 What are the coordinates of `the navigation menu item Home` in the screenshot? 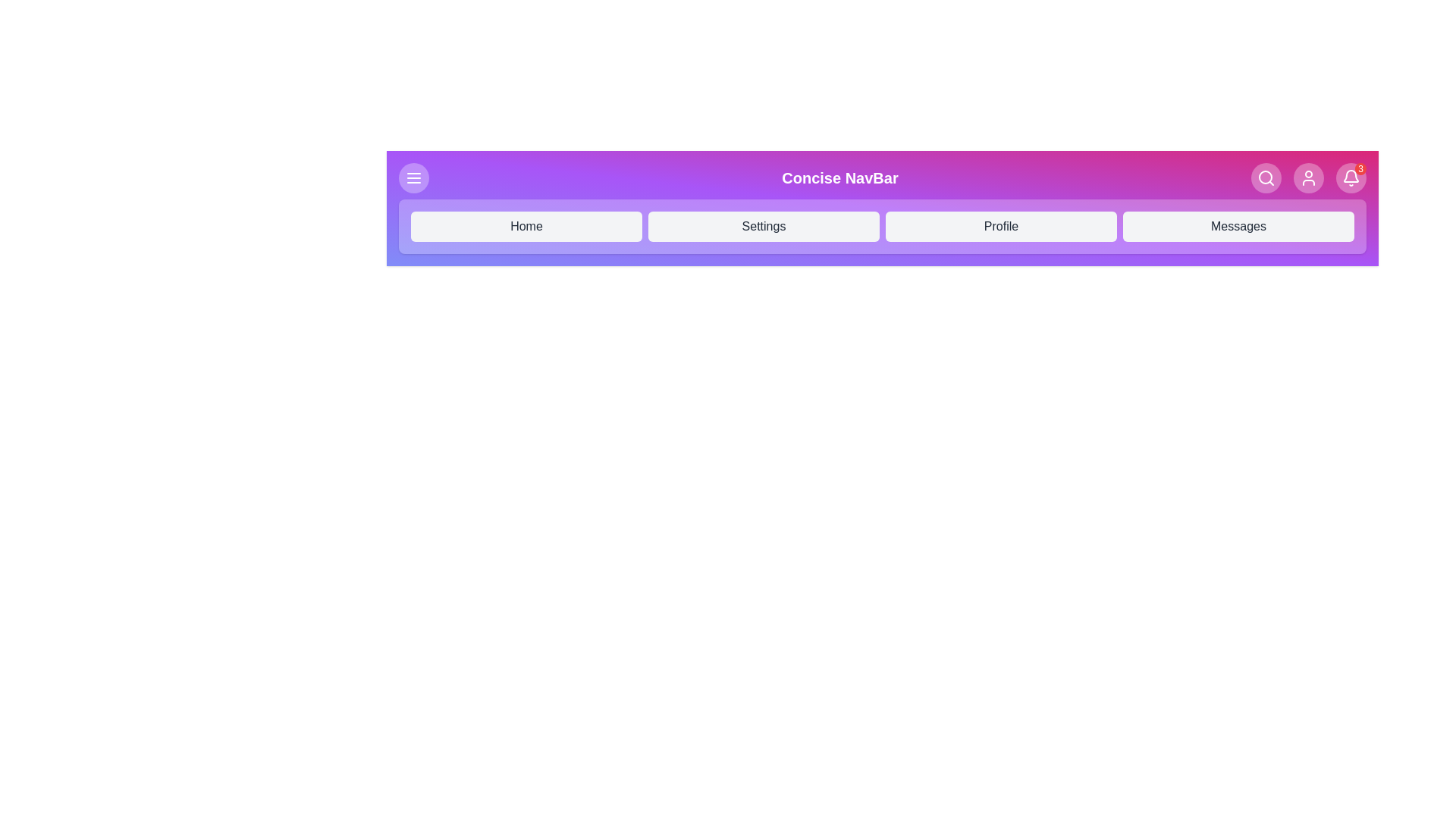 It's located at (526, 227).